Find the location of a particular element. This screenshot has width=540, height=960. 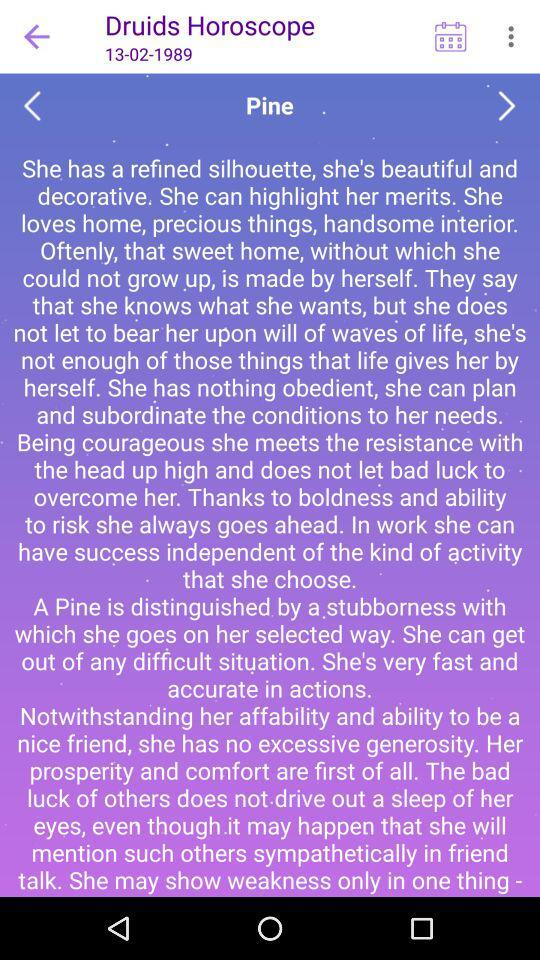

calendar is located at coordinates (450, 35).